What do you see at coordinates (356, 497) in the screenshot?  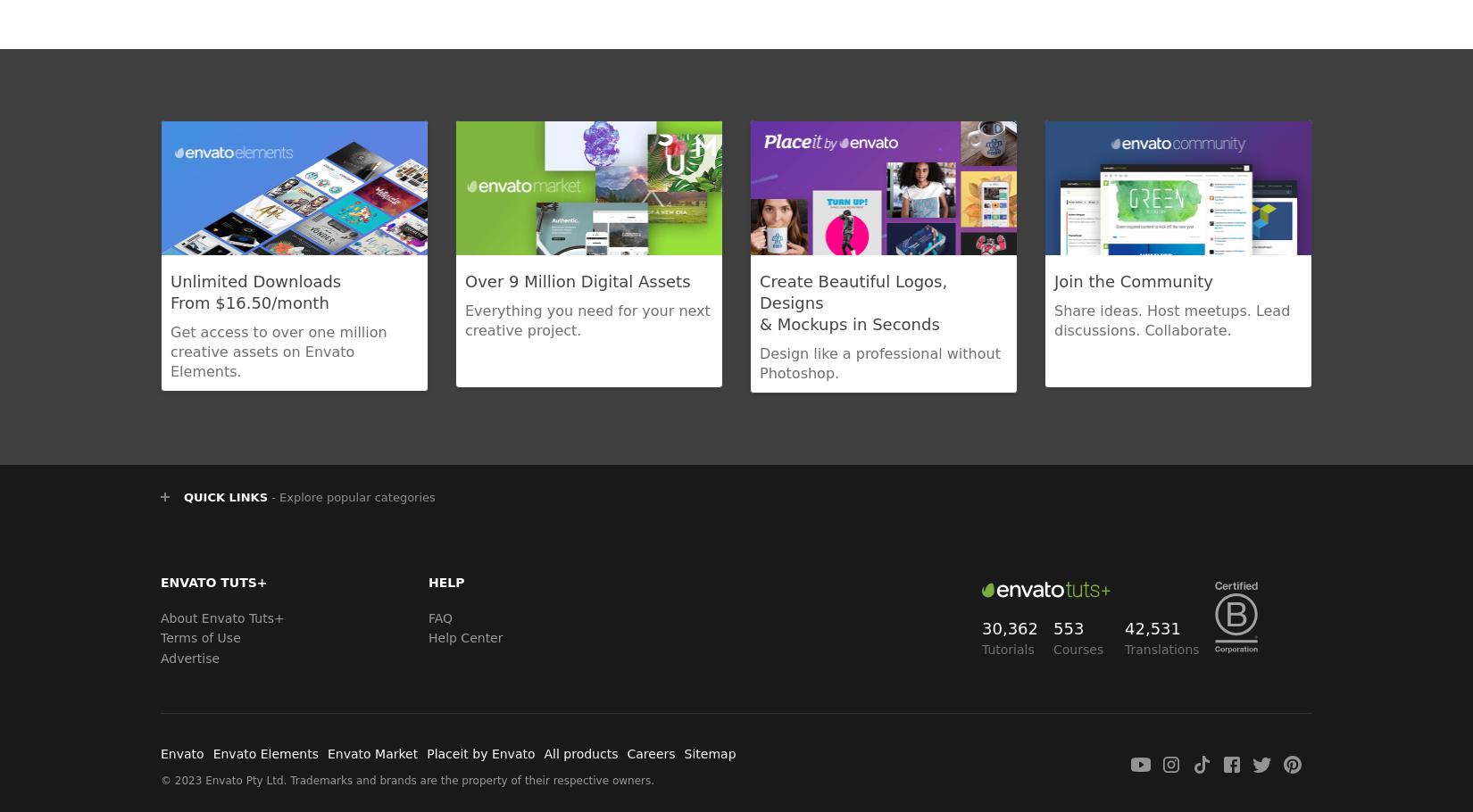 I see `'Explore popular categories'` at bounding box center [356, 497].